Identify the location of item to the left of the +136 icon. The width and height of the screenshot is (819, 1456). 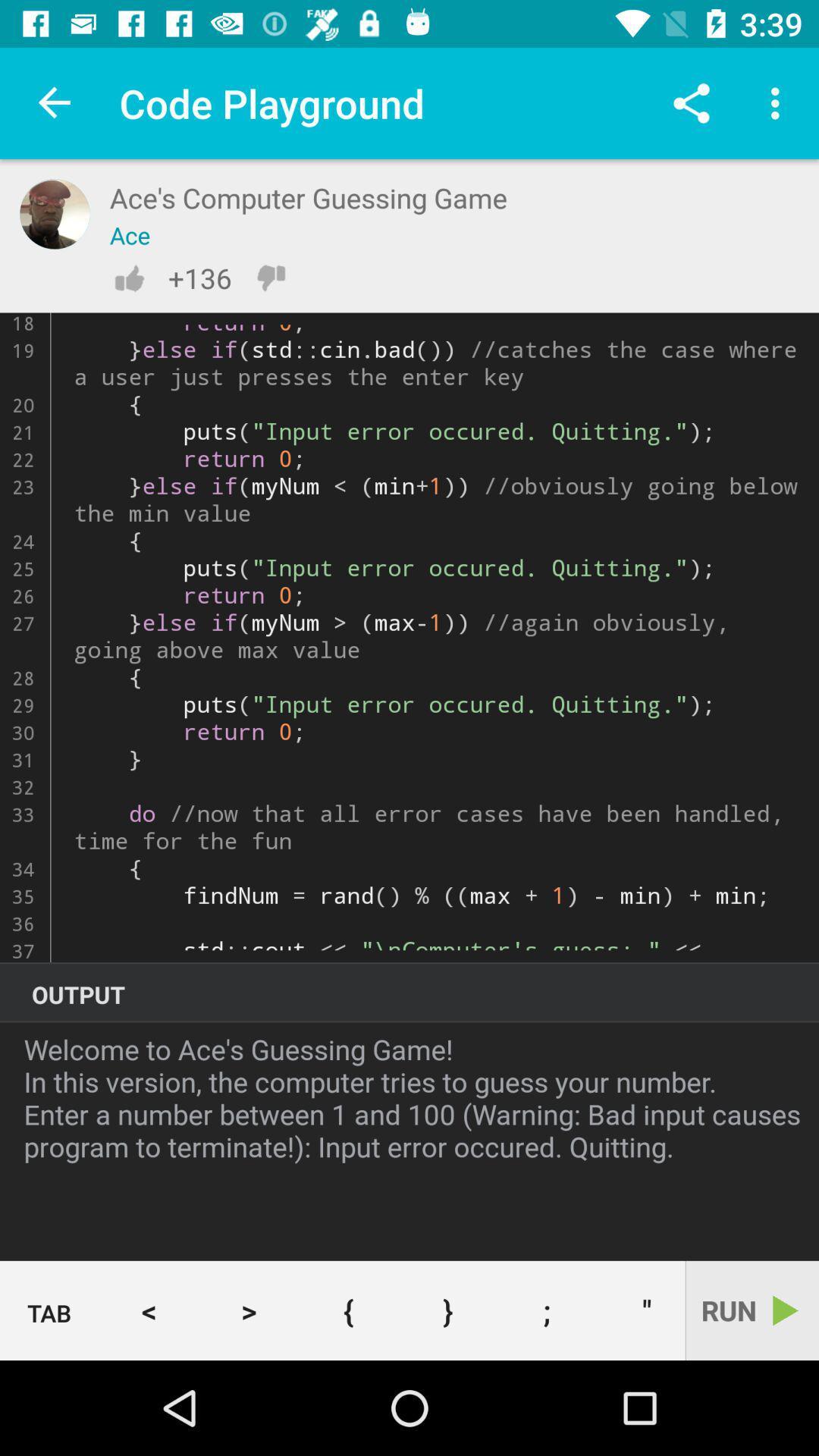
(128, 278).